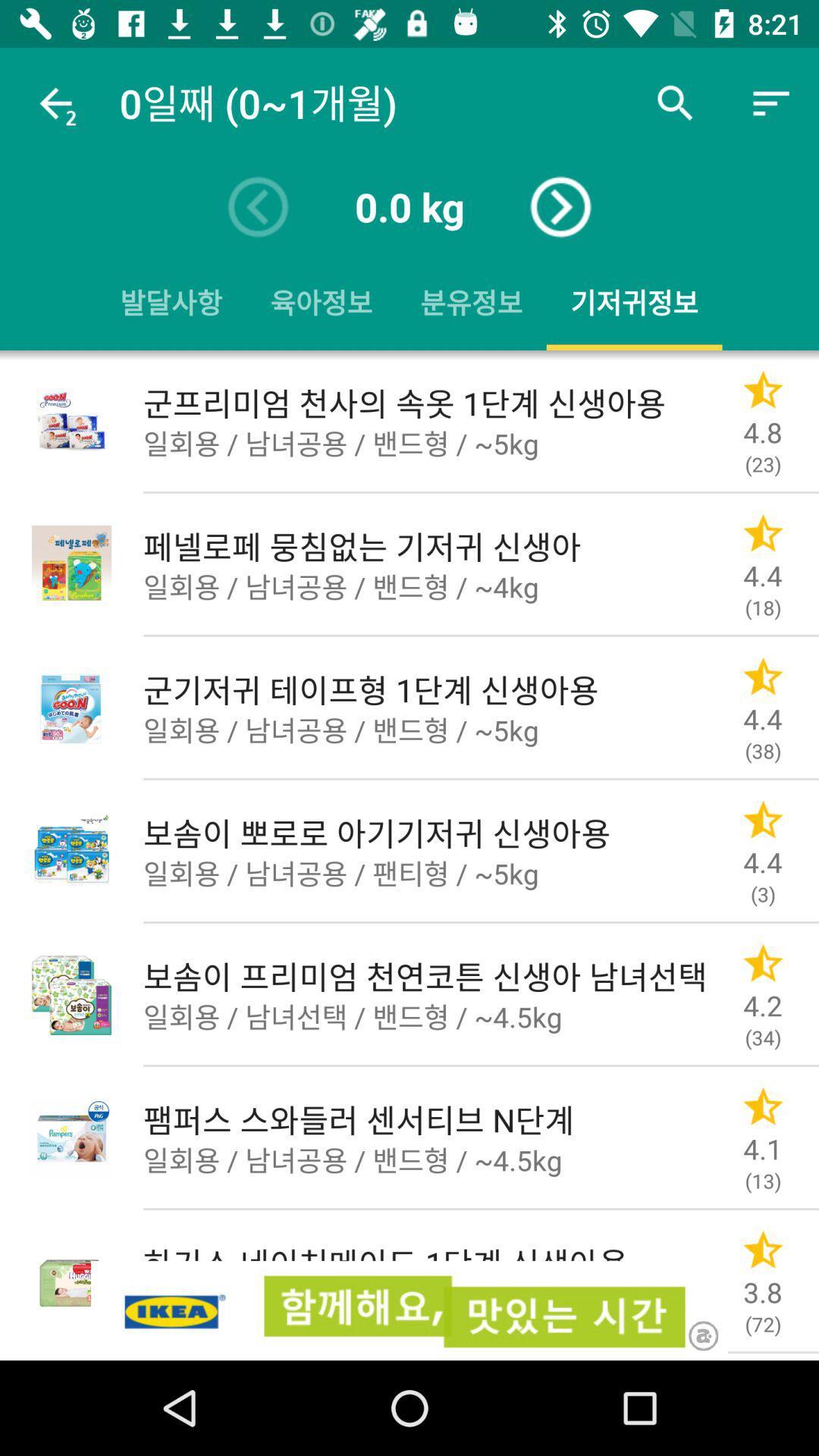 The width and height of the screenshot is (819, 1456). Describe the element at coordinates (560, 206) in the screenshot. I see `the arrow_forward icon` at that location.